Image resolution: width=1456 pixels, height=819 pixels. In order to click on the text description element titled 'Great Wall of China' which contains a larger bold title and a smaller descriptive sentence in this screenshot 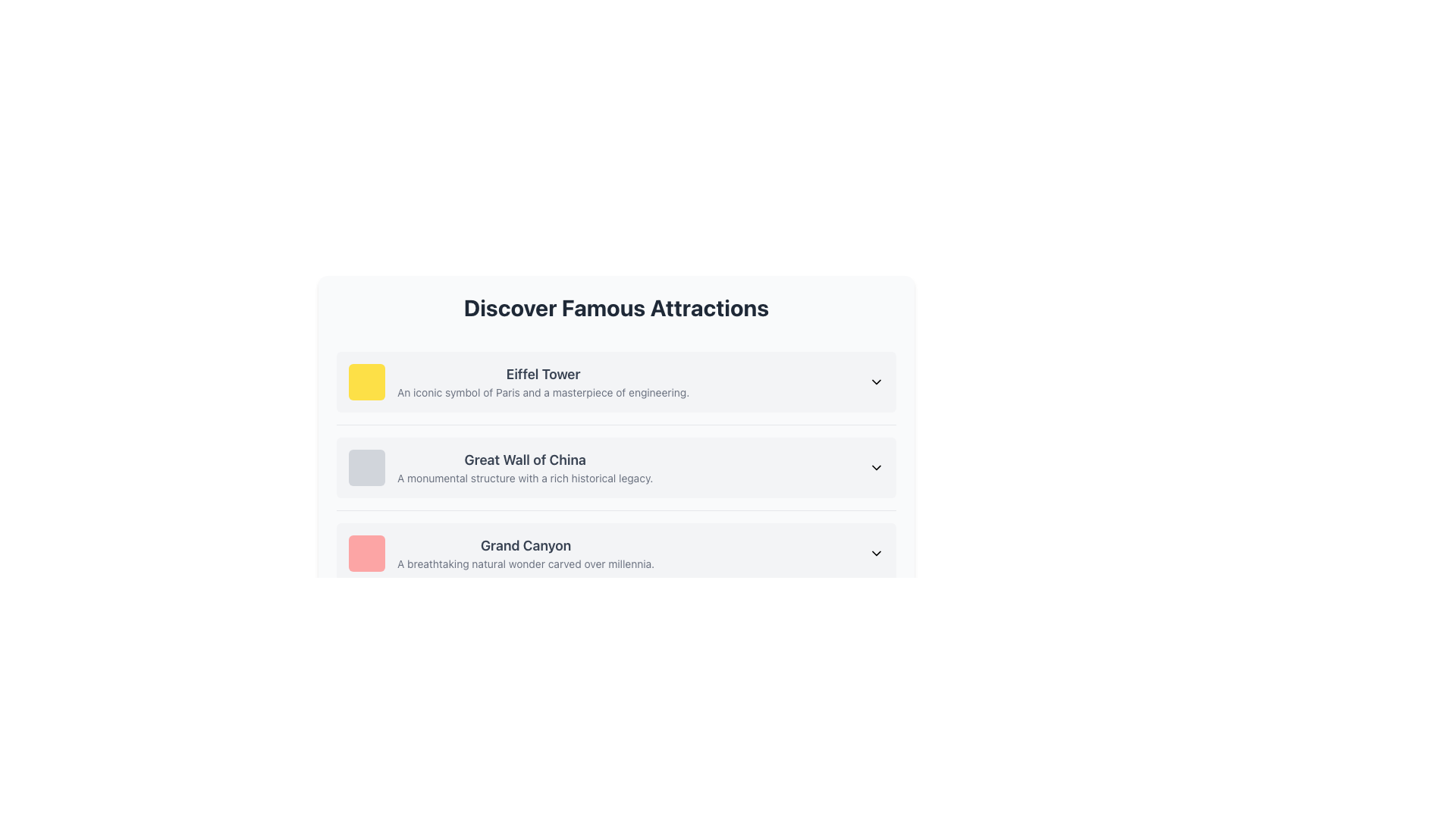, I will do `click(525, 467)`.